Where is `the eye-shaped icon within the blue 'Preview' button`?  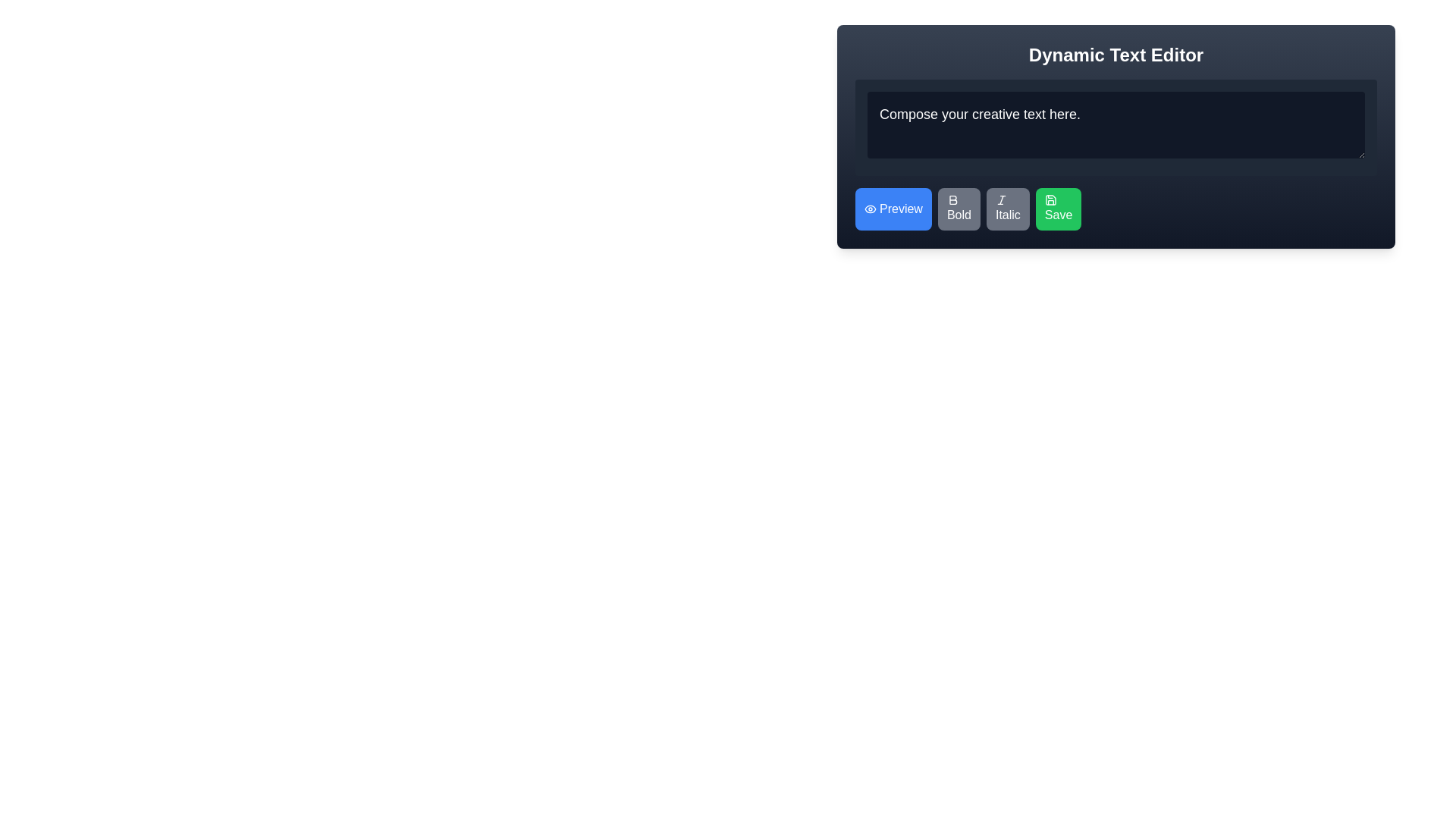 the eye-shaped icon within the blue 'Preview' button is located at coordinates (870, 209).